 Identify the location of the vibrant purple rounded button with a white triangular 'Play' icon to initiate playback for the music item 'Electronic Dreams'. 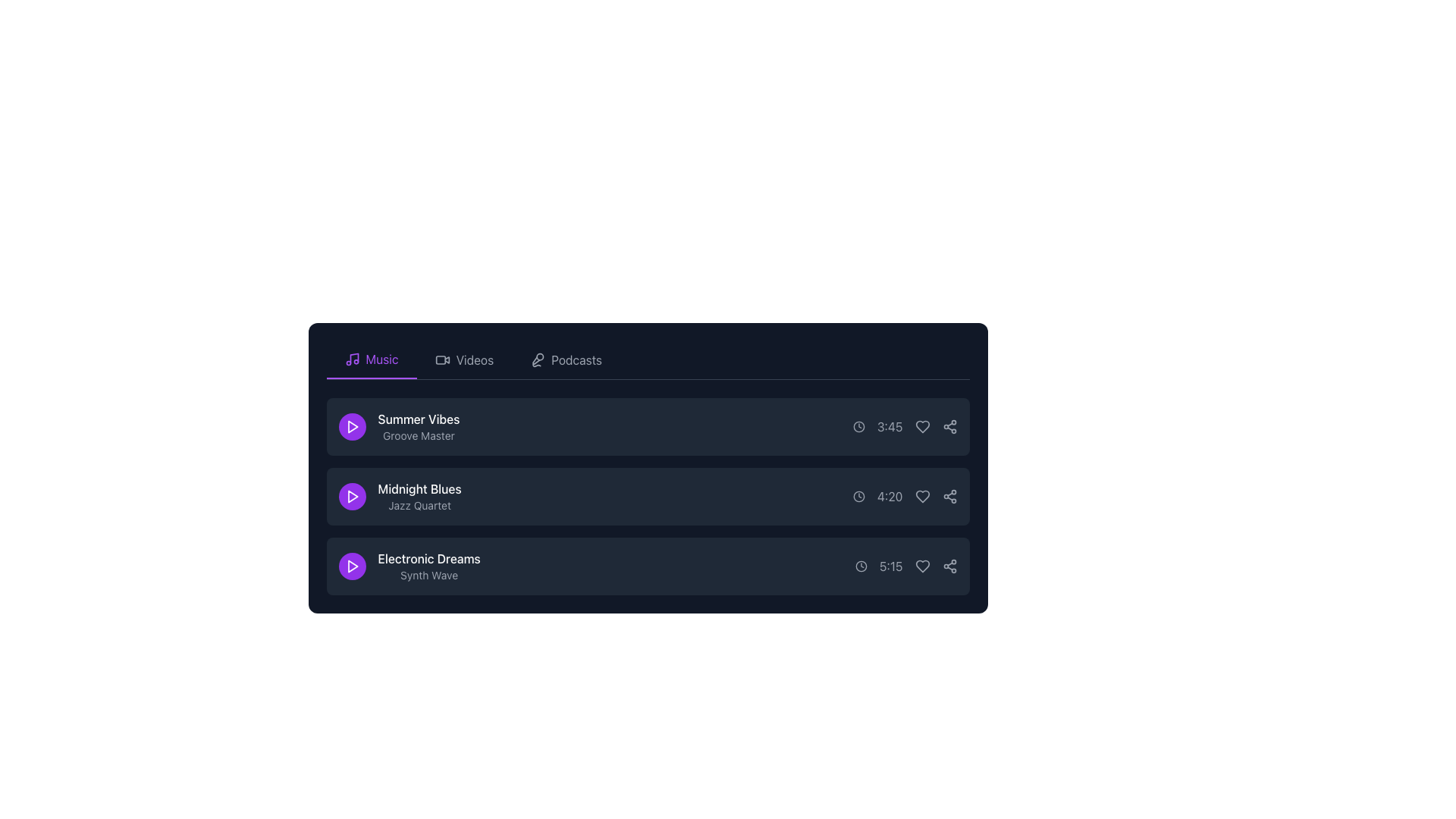
(351, 566).